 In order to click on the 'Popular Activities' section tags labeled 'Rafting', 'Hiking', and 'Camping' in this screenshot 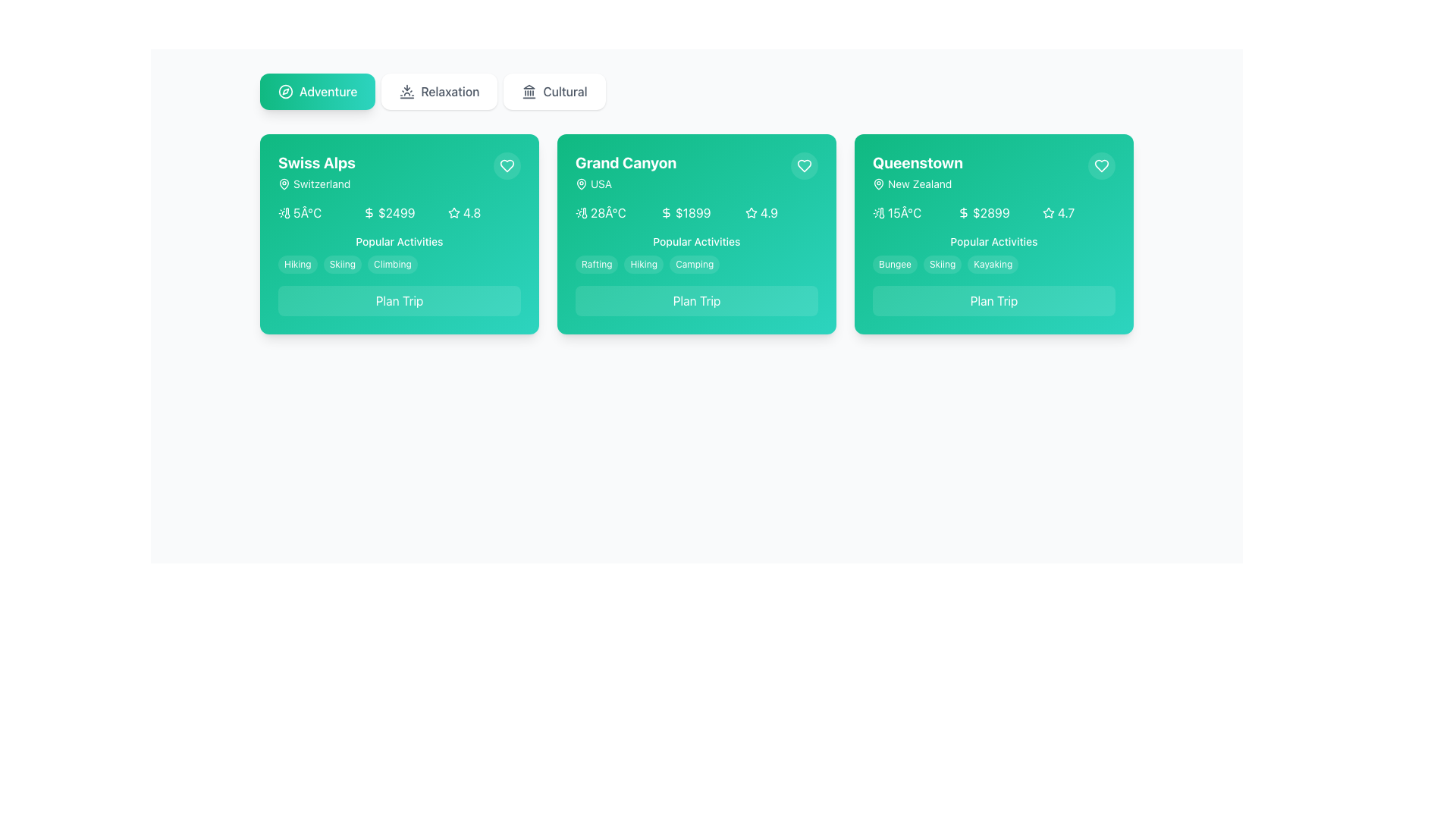, I will do `click(695, 253)`.